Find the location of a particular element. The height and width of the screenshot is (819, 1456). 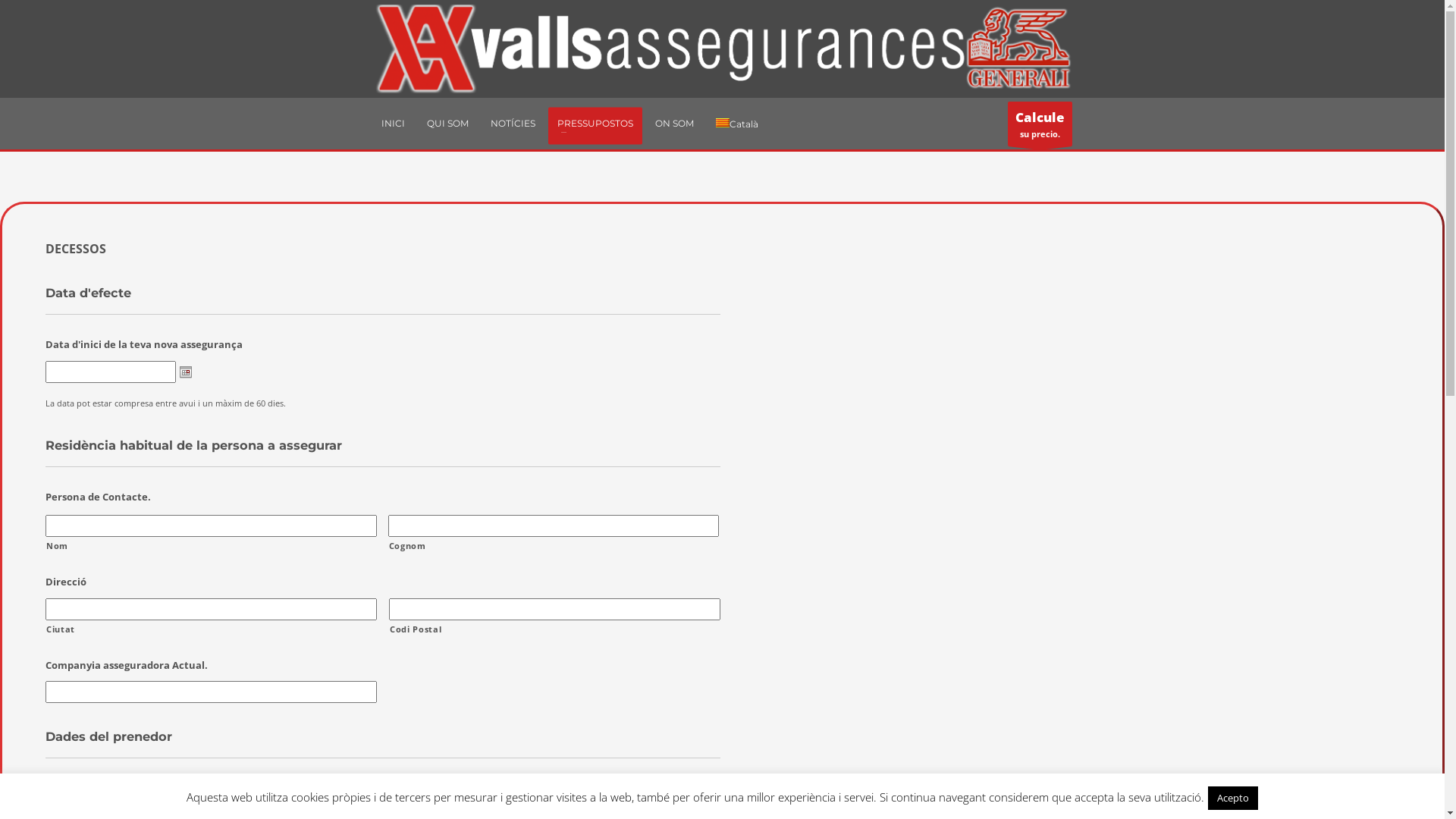

'Calcule is located at coordinates (1039, 123).